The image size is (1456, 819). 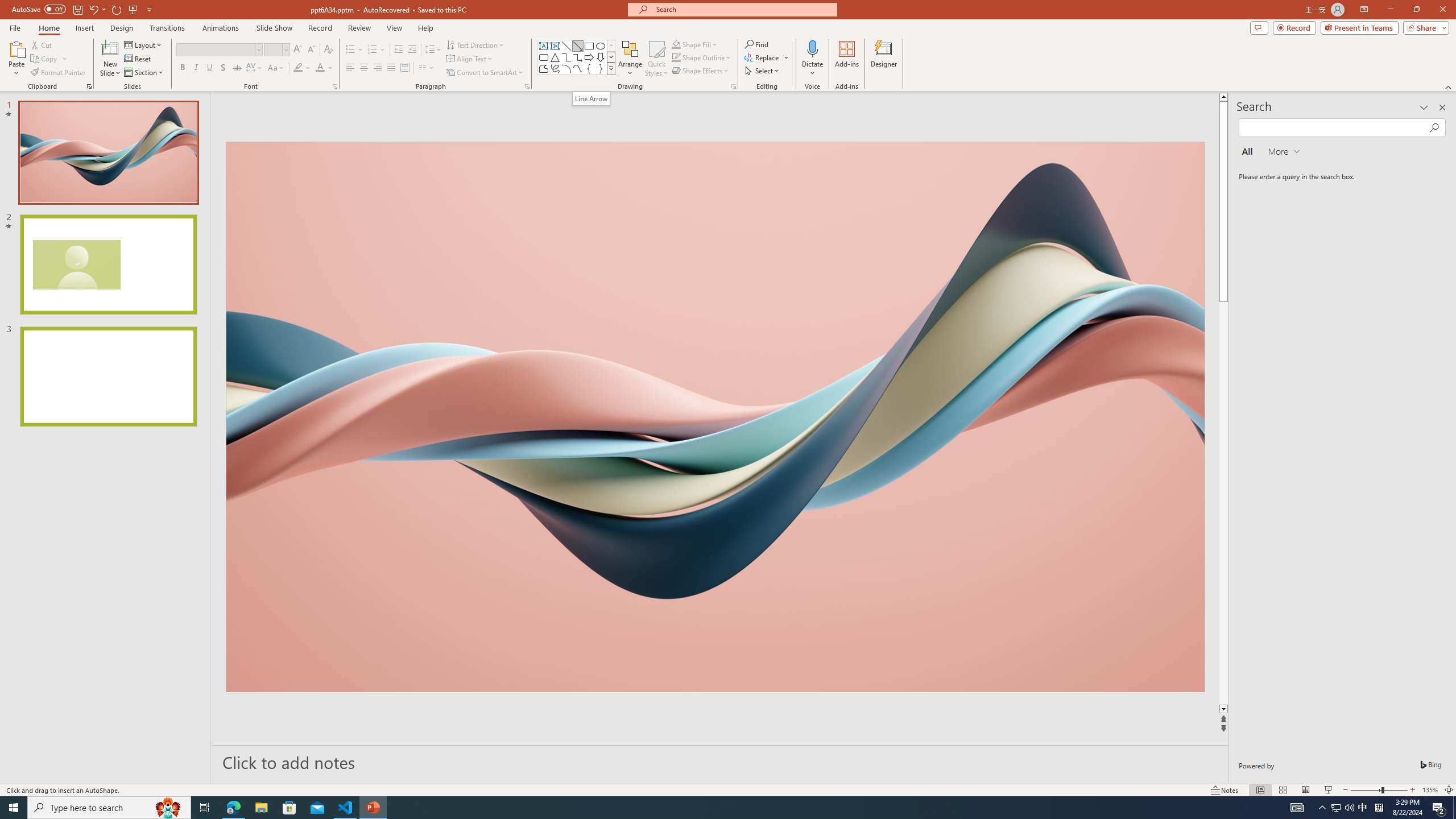 What do you see at coordinates (1423, 107) in the screenshot?
I see `'Task Pane Options'` at bounding box center [1423, 107].